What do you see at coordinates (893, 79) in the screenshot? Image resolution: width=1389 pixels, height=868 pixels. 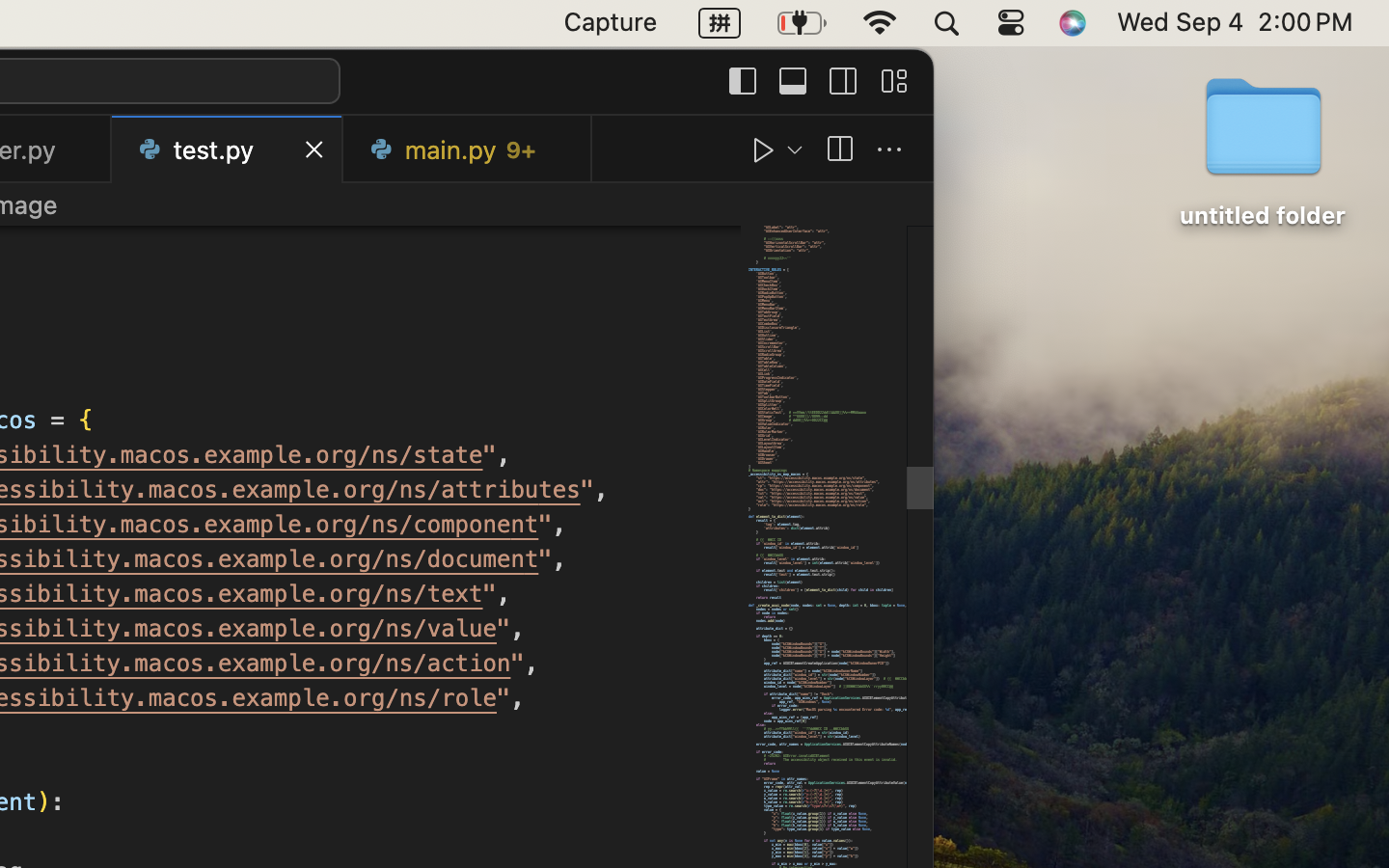 I see `''` at bounding box center [893, 79].